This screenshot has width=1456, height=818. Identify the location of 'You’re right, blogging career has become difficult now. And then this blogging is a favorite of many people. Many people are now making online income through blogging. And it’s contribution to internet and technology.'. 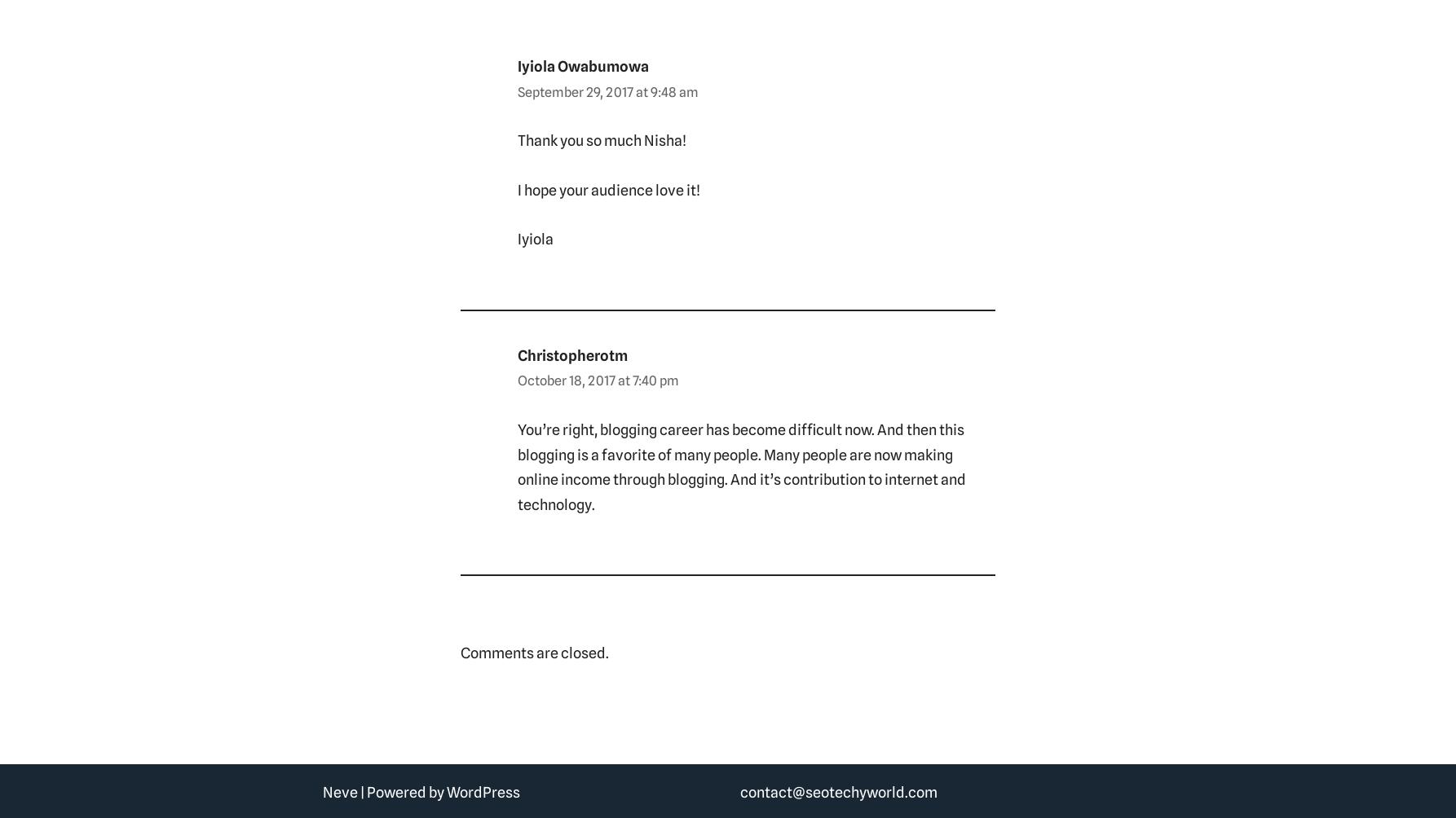
(741, 466).